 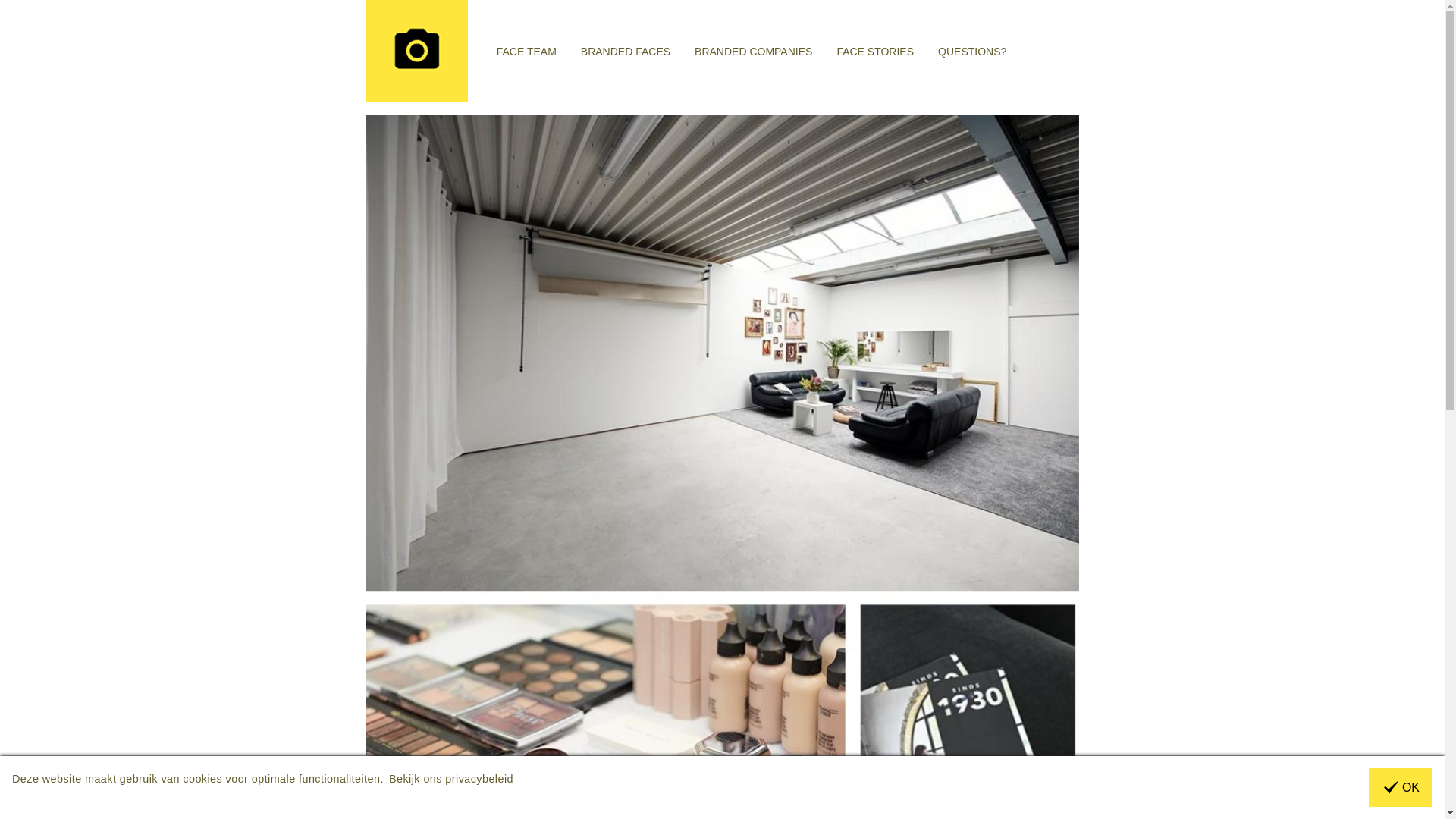 I want to click on 'BRANDED COMPANIES', so click(x=753, y=49).